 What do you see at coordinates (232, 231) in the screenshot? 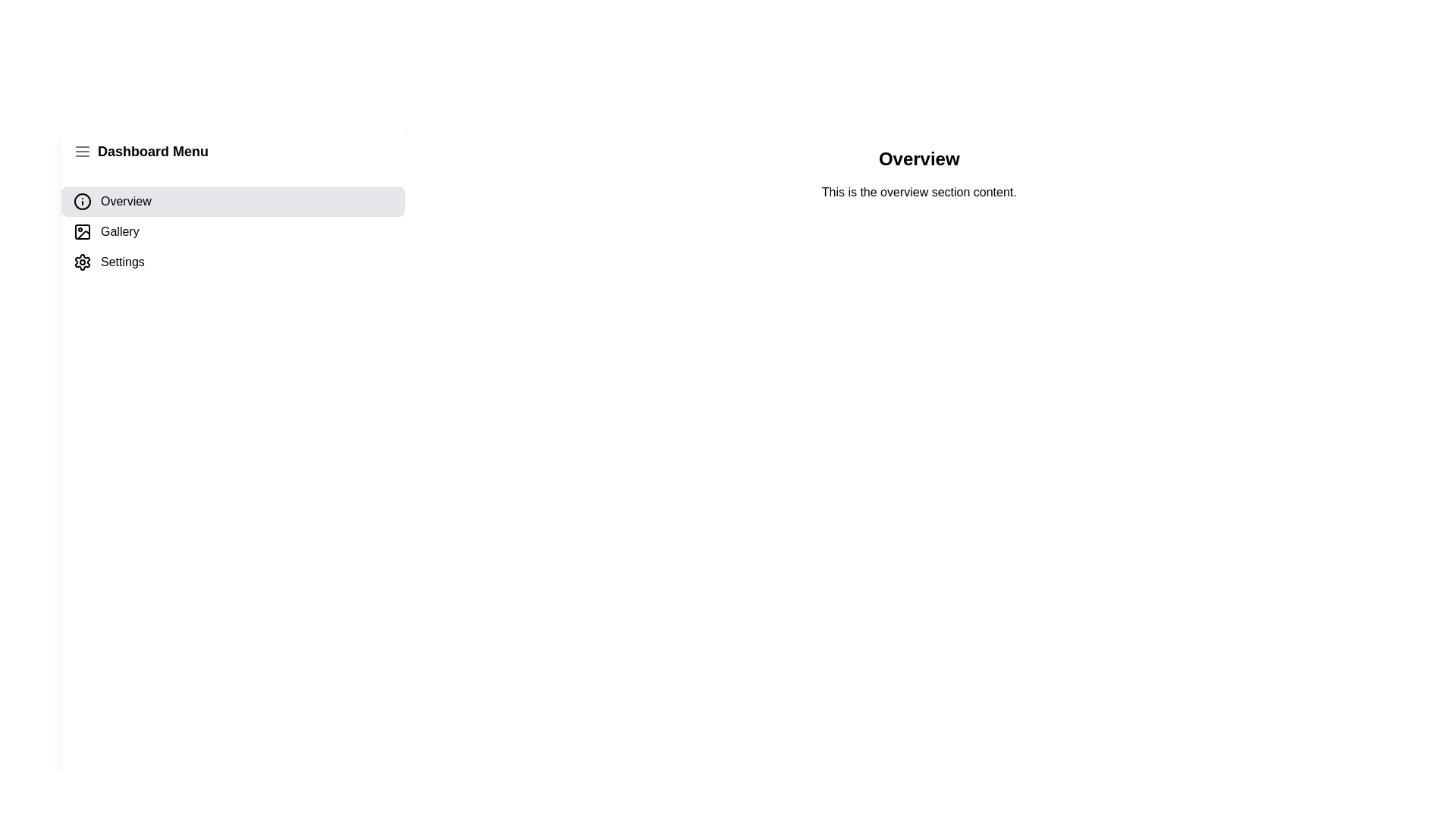
I see `the menu item Gallery to reveal its hover effect` at bounding box center [232, 231].